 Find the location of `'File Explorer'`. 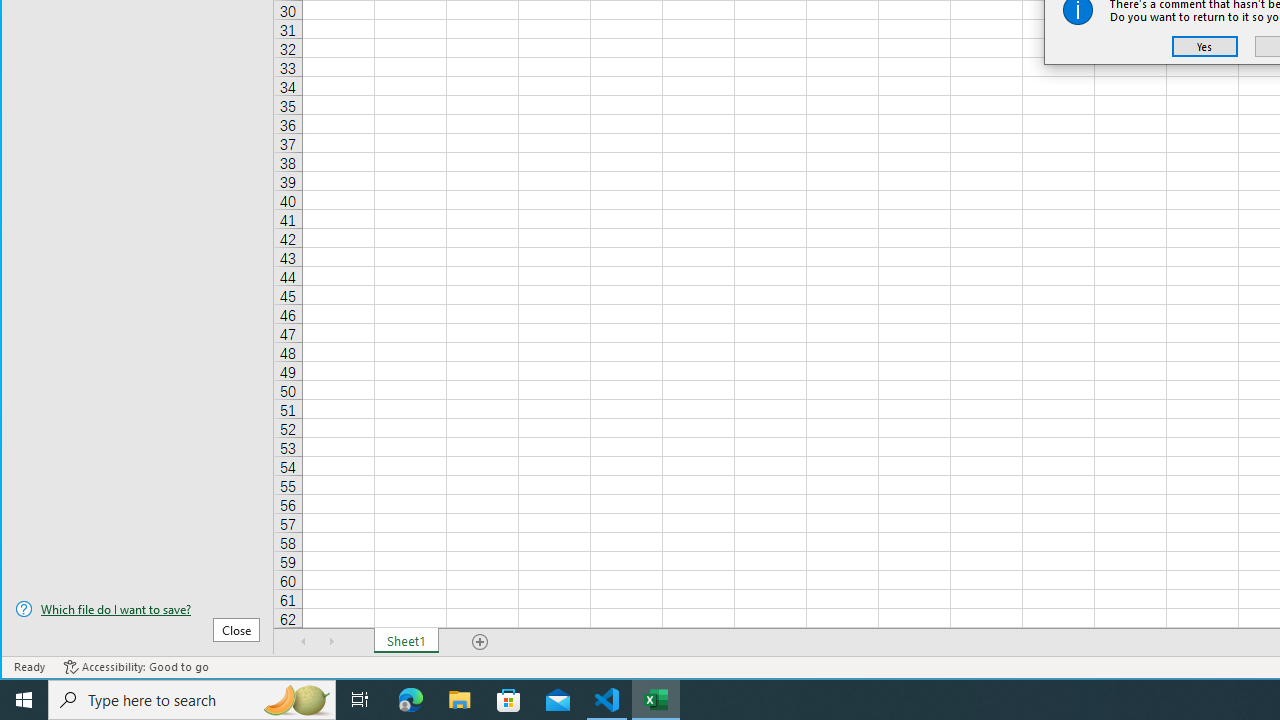

'File Explorer' is located at coordinates (459, 698).